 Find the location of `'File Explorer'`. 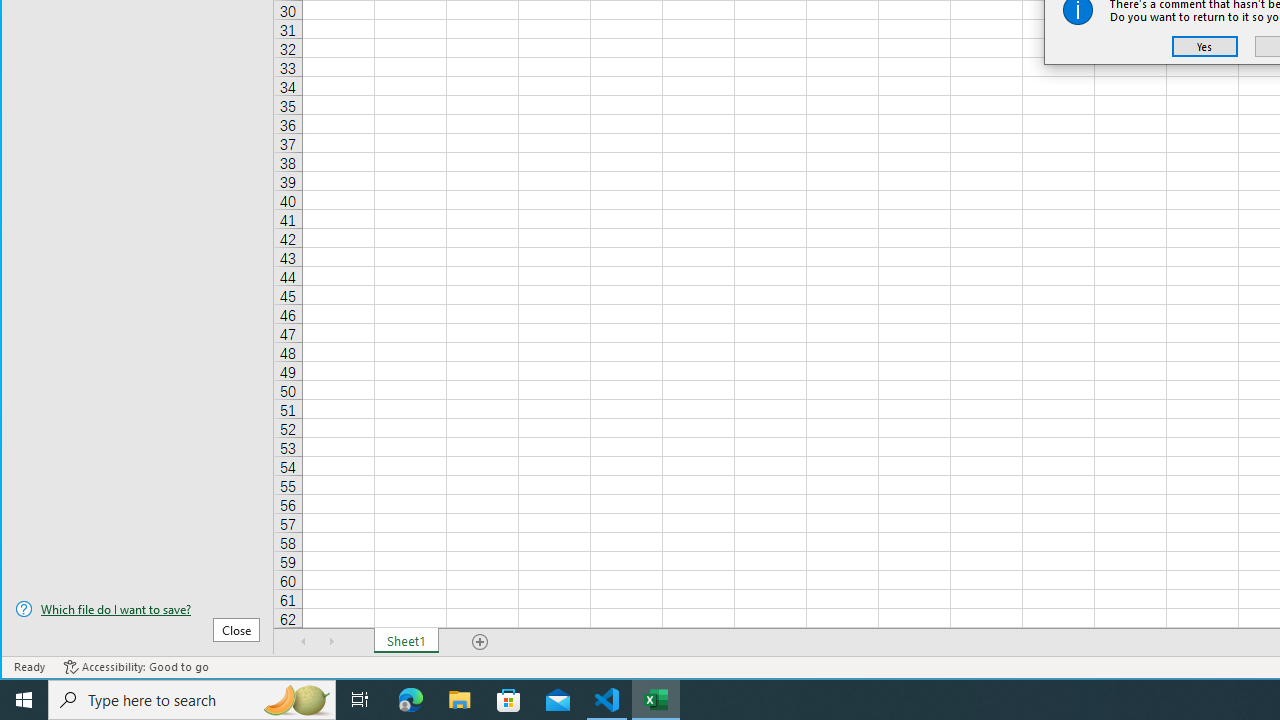

'File Explorer' is located at coordinates (459, 698).